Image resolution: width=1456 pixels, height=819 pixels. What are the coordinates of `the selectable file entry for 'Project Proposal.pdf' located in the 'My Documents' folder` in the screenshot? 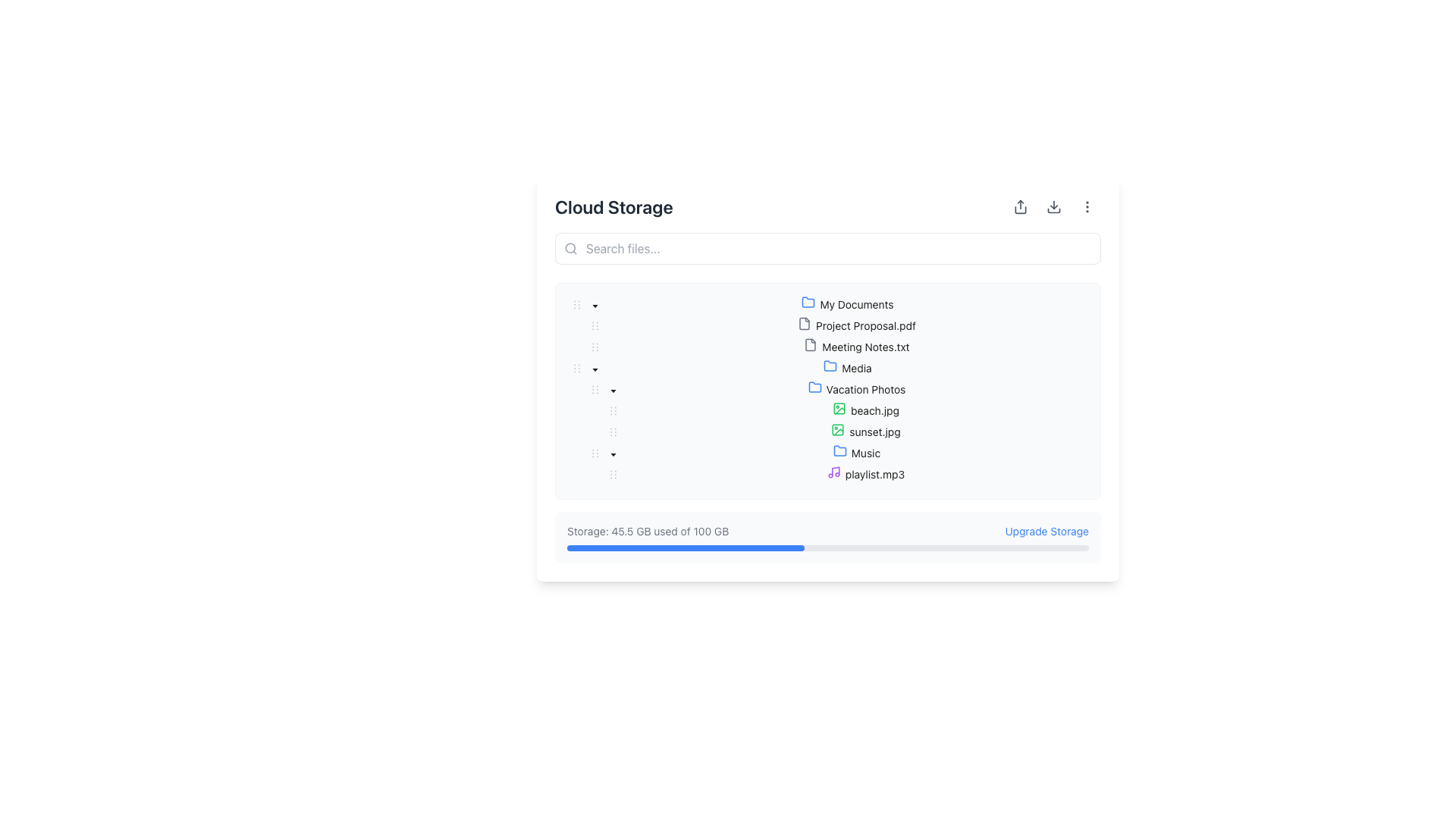 It's located at (856, 325).